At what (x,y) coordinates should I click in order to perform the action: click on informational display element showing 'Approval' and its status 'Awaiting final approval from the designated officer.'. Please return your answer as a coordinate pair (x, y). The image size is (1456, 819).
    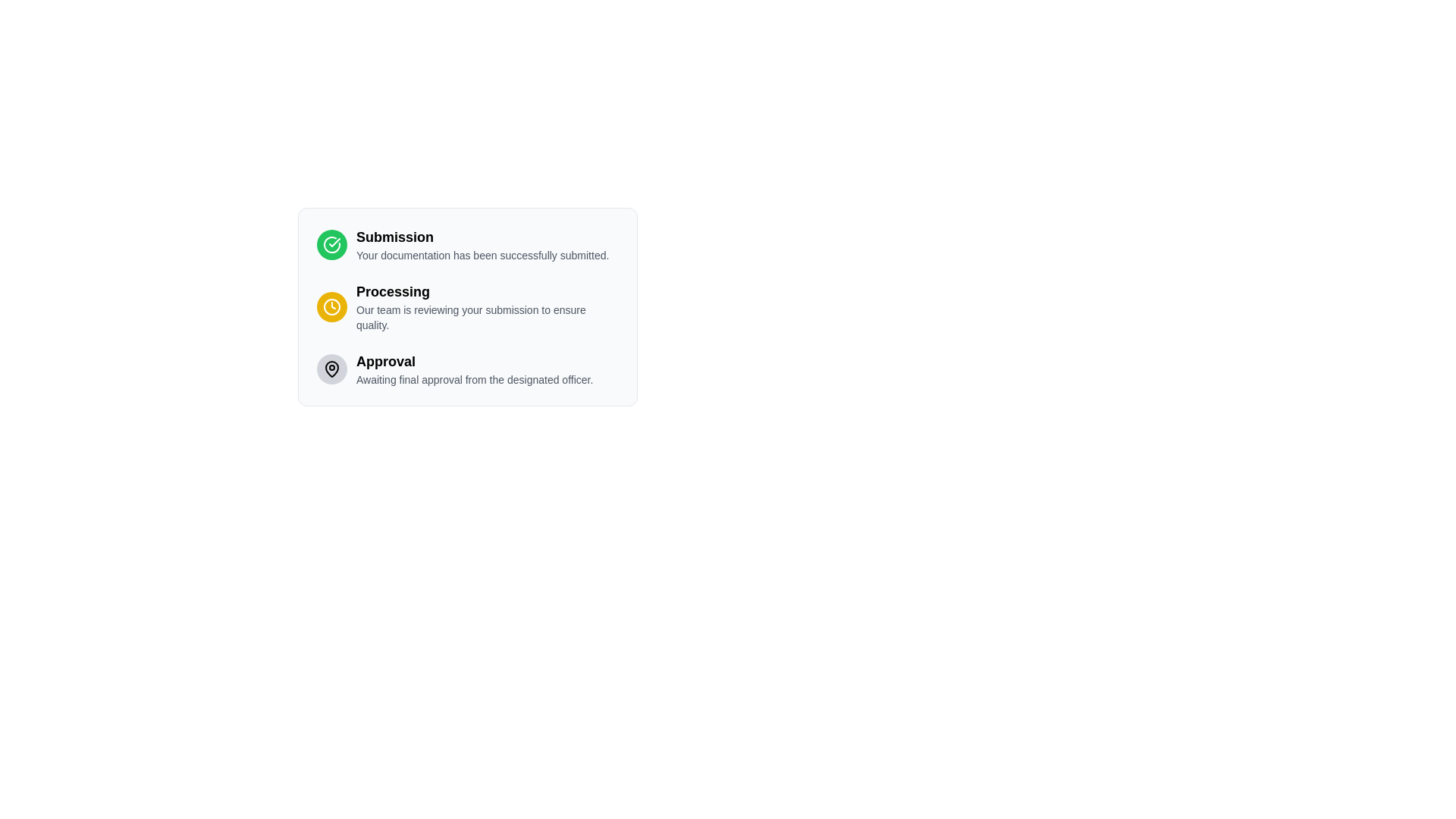
    Looking at the image, I should click on (474, 369).